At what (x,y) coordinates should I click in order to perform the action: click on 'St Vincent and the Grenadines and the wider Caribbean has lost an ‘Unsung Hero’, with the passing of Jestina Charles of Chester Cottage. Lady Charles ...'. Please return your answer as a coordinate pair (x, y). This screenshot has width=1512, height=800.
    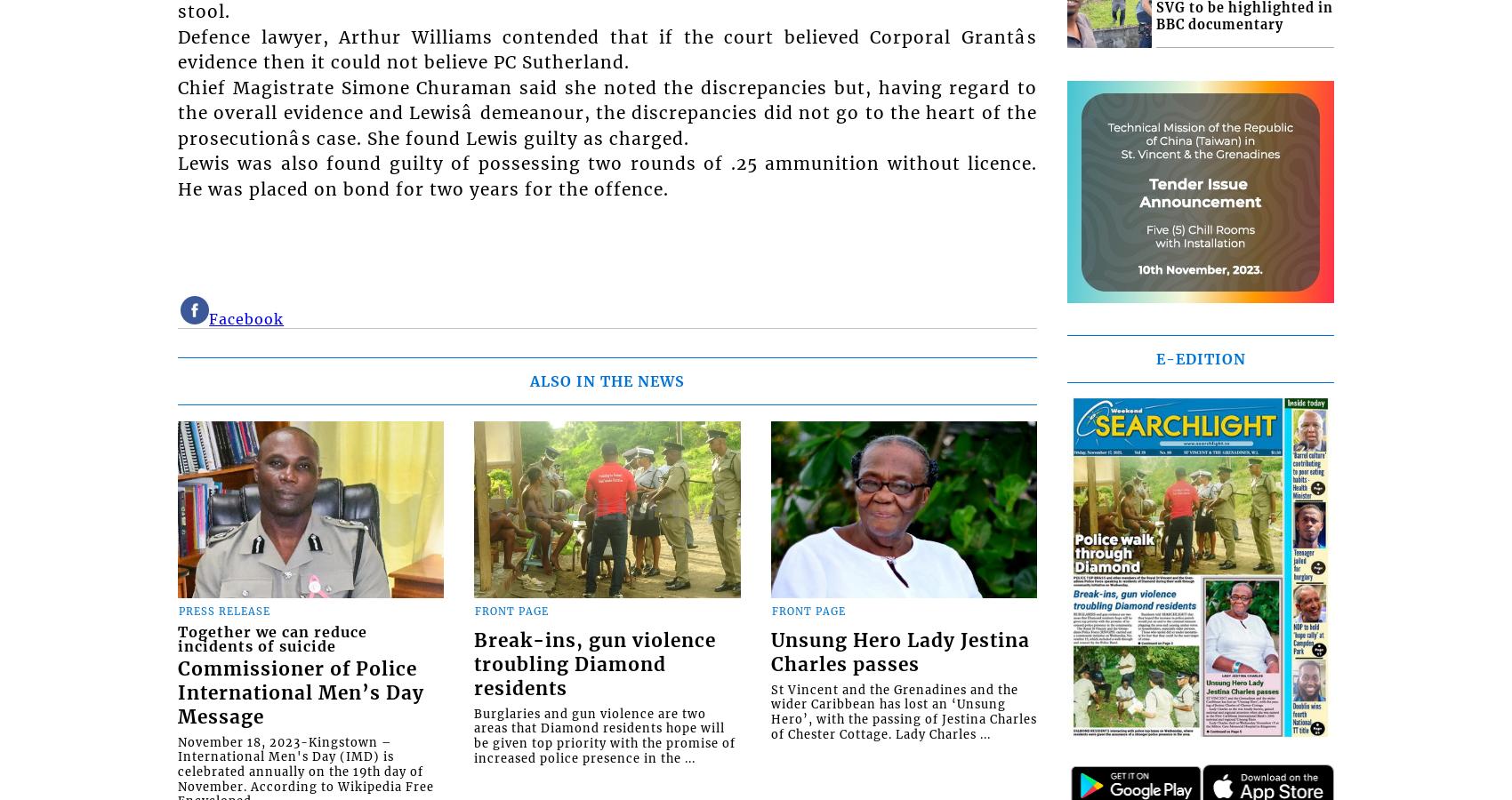
    Looking at the image, I should click on (902, 711).